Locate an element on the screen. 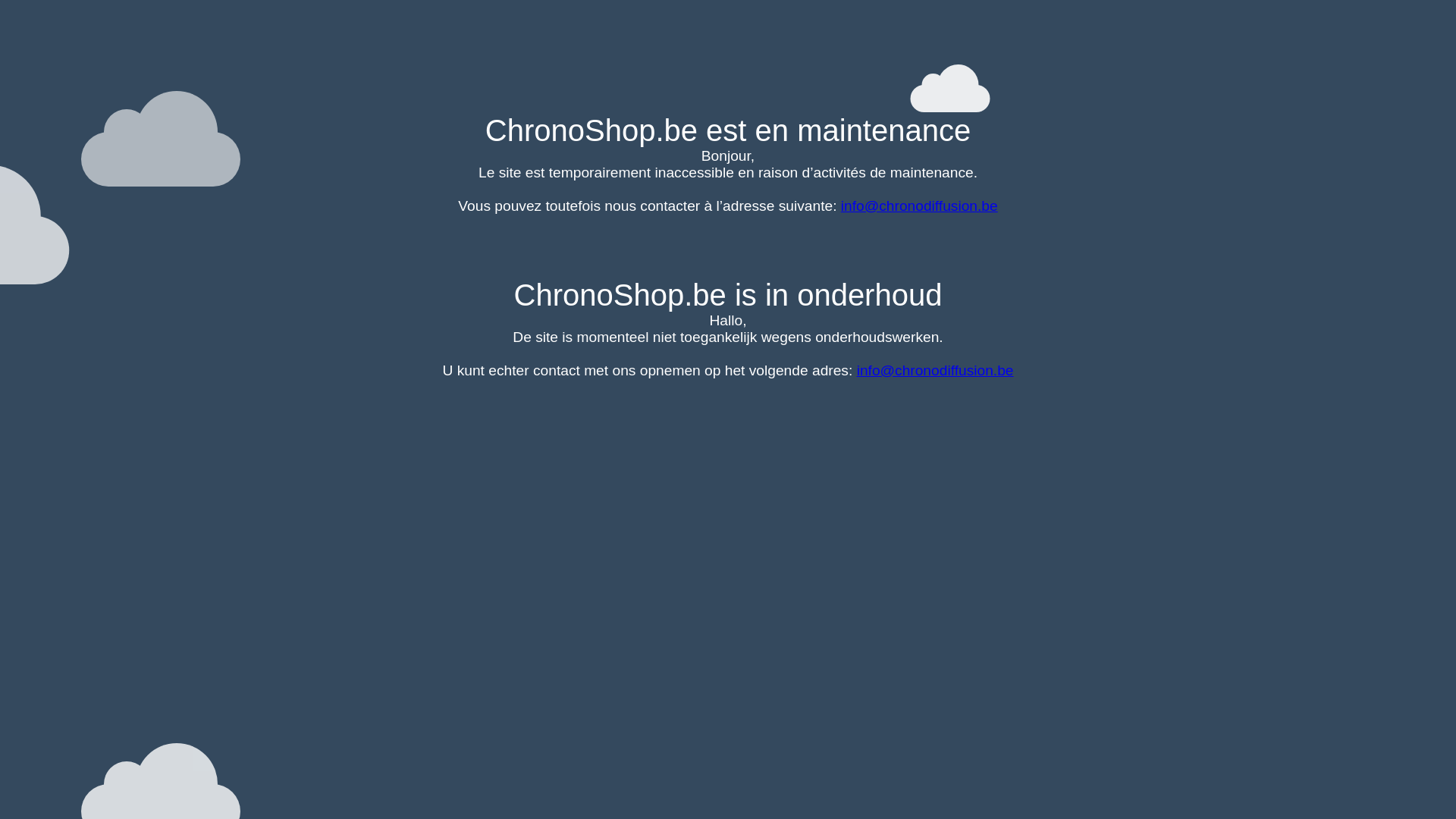  'info@chronodiffusion.be' is located at coordinates (934, 370).